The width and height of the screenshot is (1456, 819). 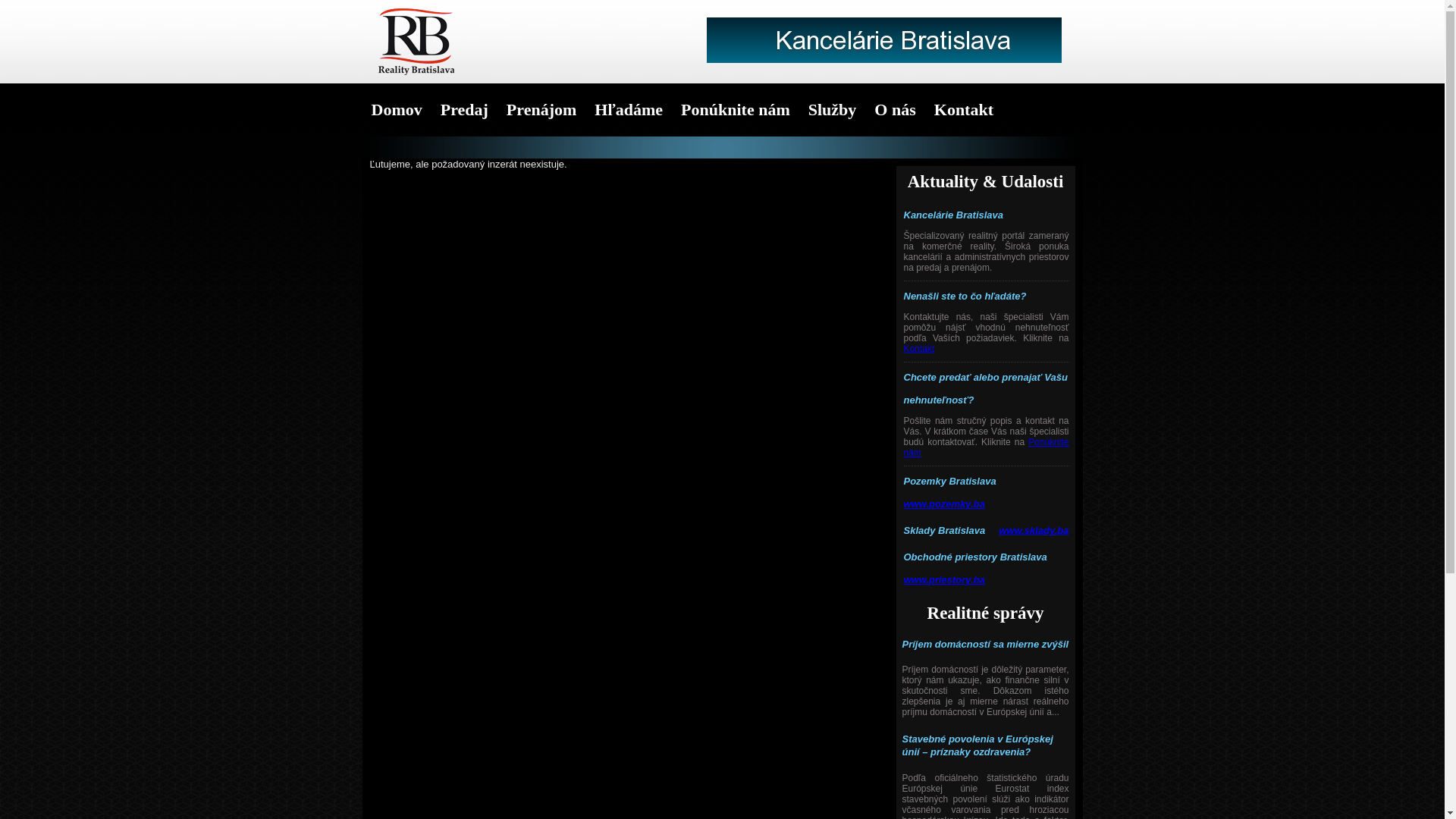 I want to click on 'Kontakt', so click(x=918, y=348).